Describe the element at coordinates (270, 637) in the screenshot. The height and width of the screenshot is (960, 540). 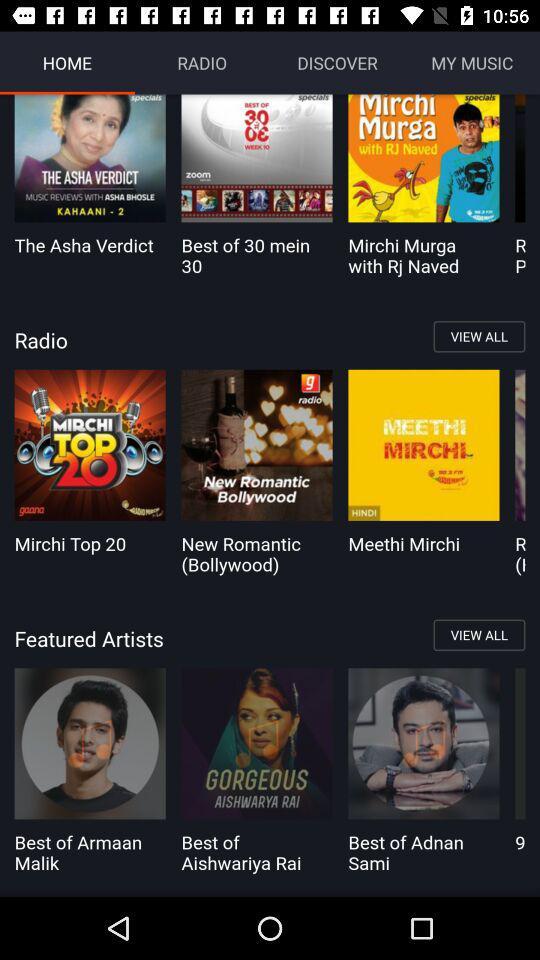
I see `the featured artists item` at that location.